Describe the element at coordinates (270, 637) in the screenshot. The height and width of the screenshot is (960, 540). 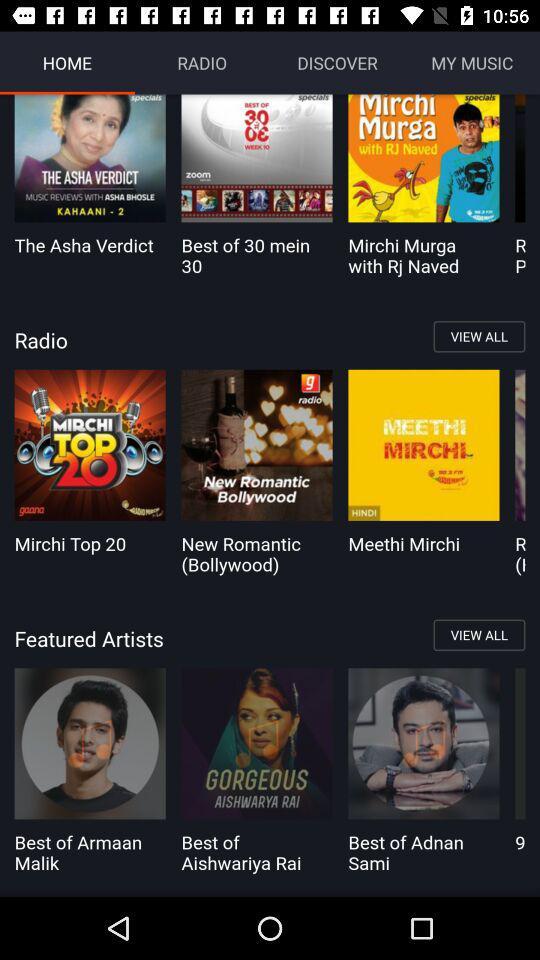
I see `the featured artists item` at that location.